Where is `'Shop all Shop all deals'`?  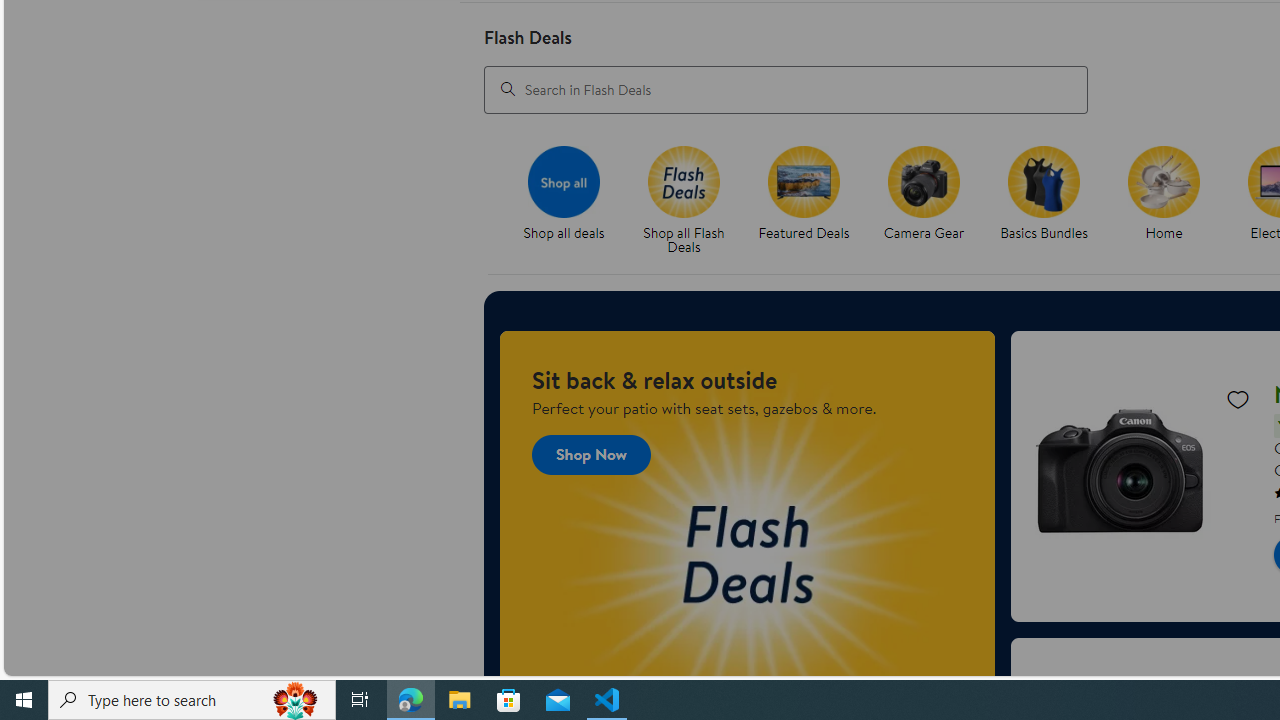
'Shop all Shop all deals' is located at coordinates (562, 194).